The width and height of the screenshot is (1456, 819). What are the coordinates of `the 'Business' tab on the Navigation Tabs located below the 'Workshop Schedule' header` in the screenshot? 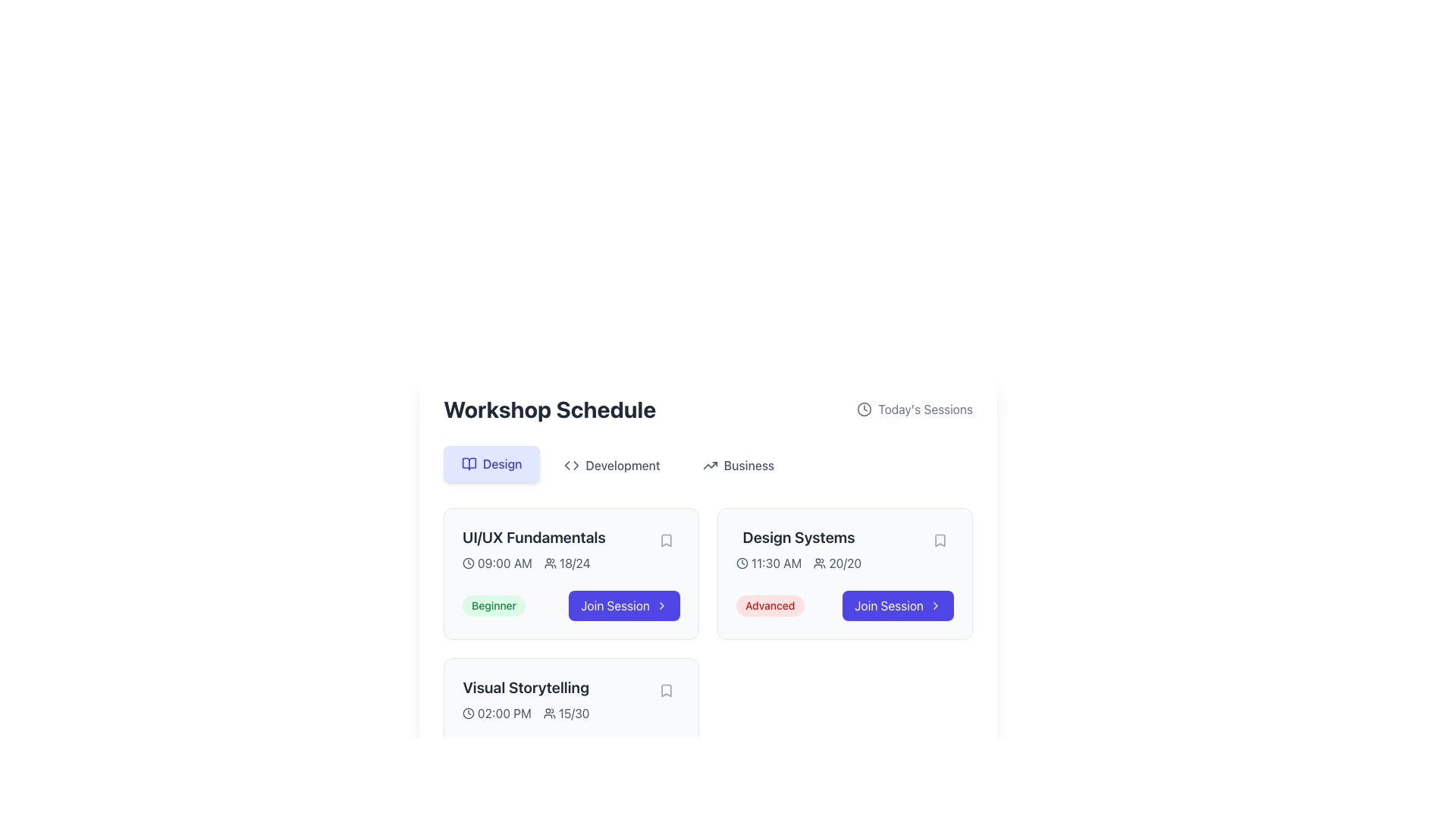 It's located at (708, 464).